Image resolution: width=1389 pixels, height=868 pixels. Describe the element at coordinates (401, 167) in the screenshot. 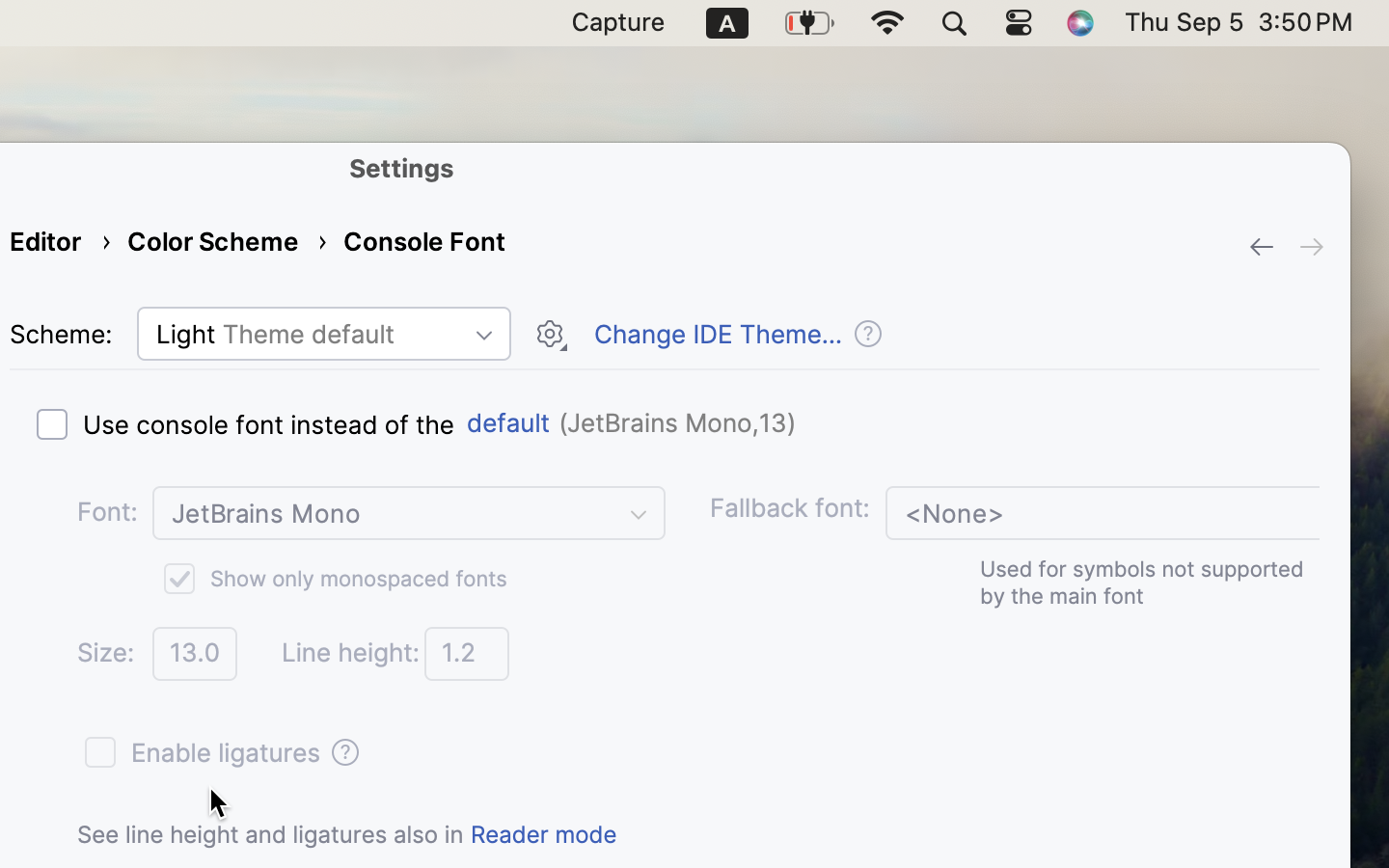

I see `'Settings'` at that location.